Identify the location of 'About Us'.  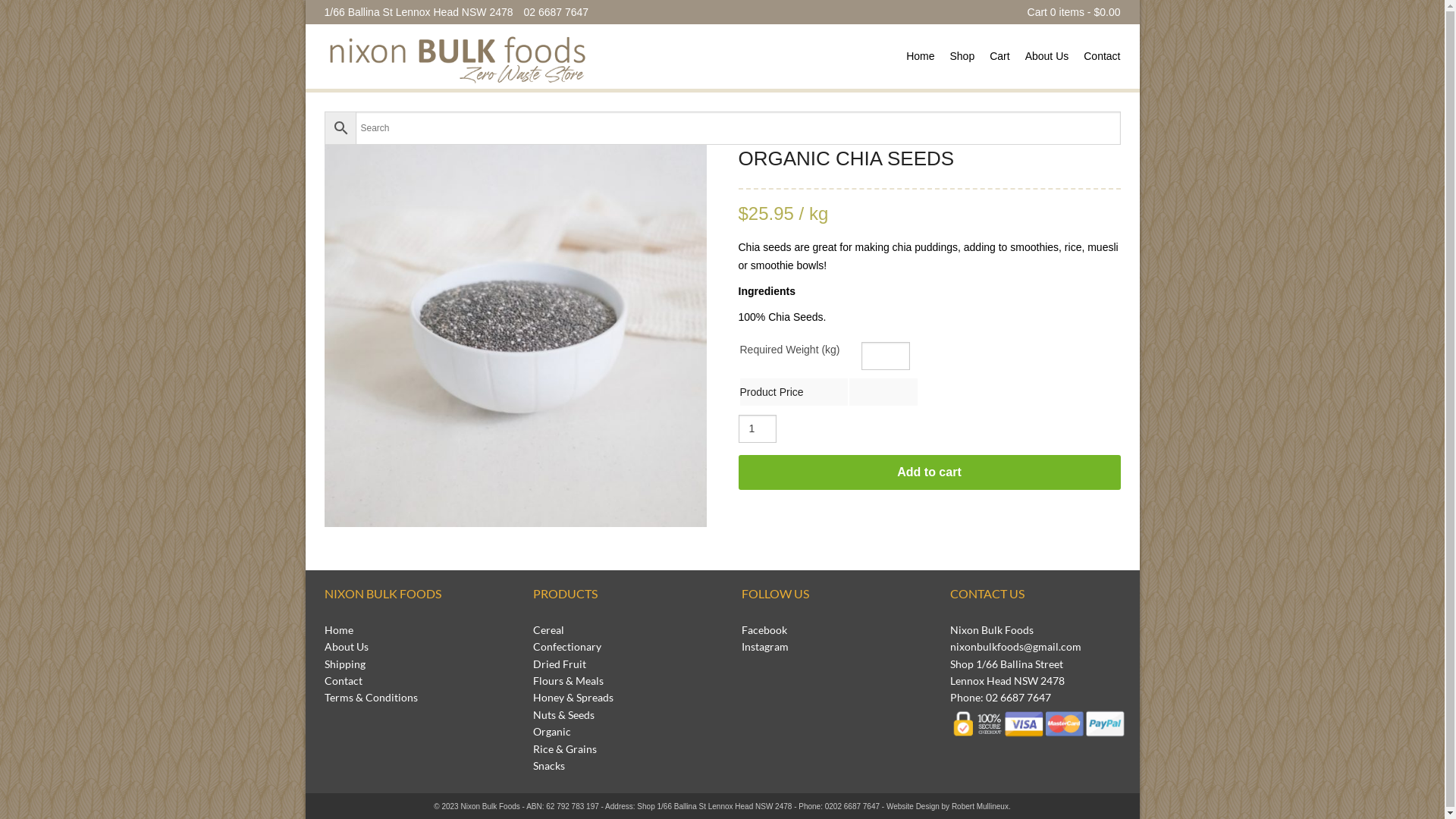
(1046, 55).